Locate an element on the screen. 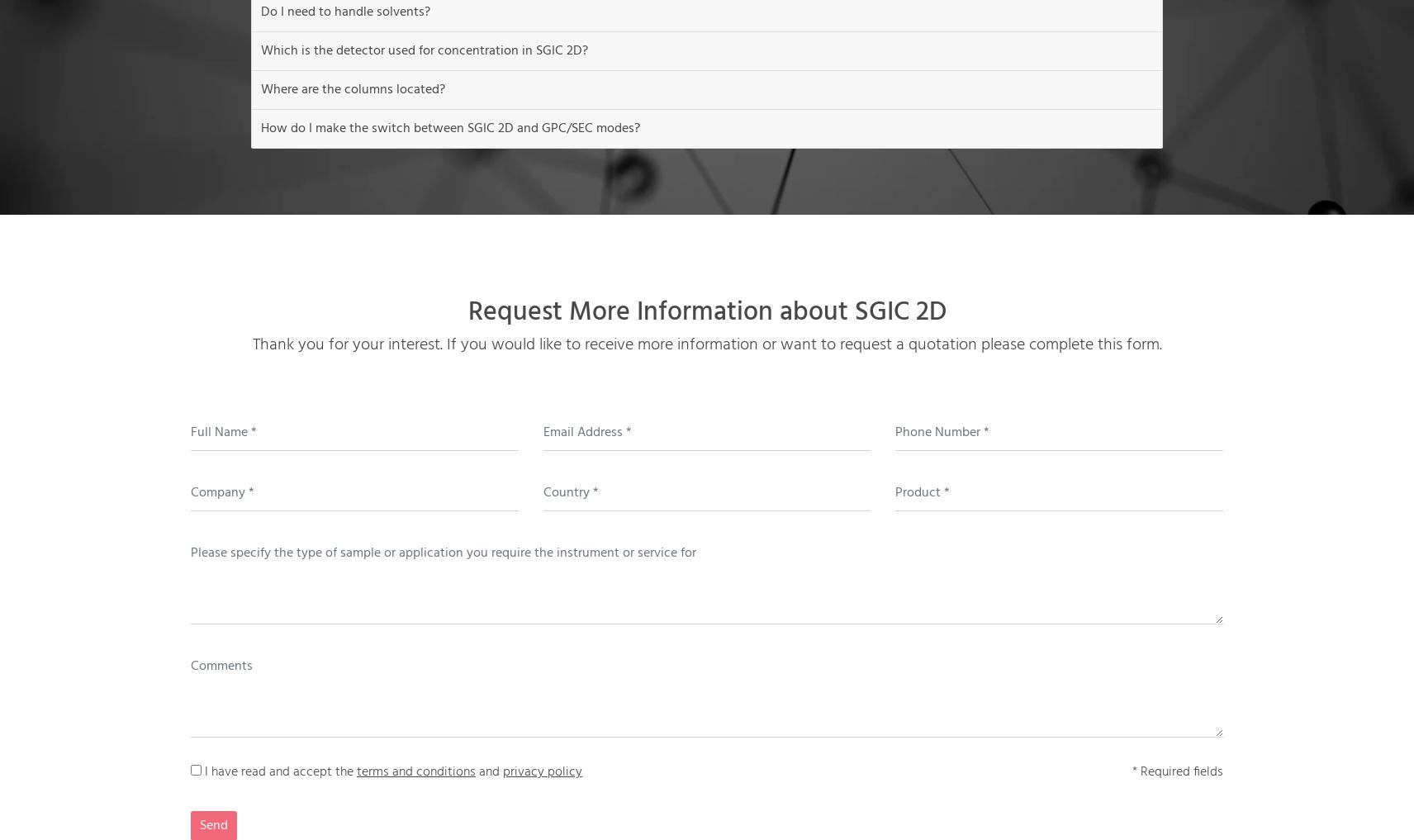  'privacy policy' is located at coordinates (501, 771).